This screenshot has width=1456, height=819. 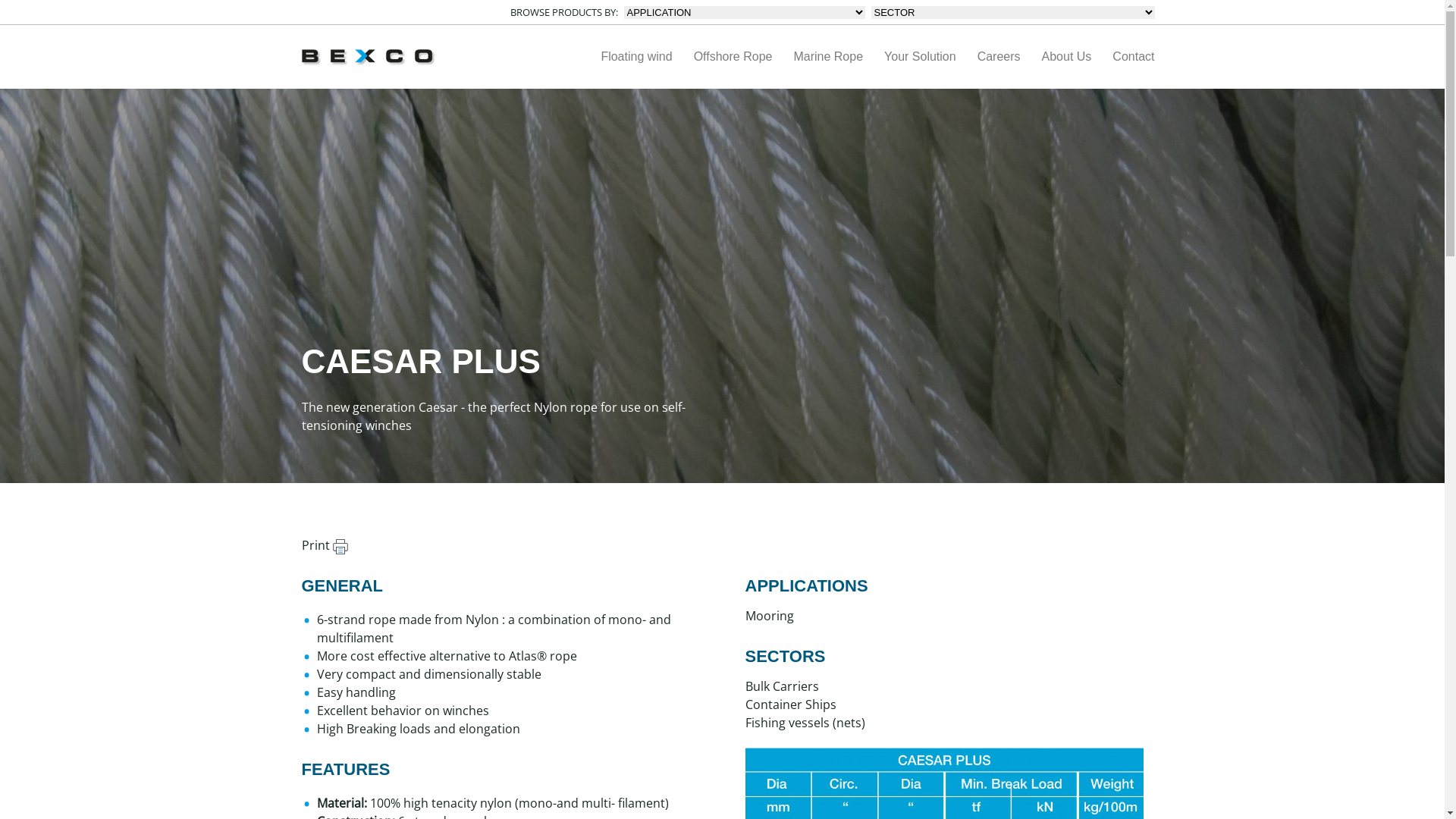 What do you see at coordinates (827, 55) in the screenshot?
I see `'Marine Rope'` at bounding box center [827, 55].